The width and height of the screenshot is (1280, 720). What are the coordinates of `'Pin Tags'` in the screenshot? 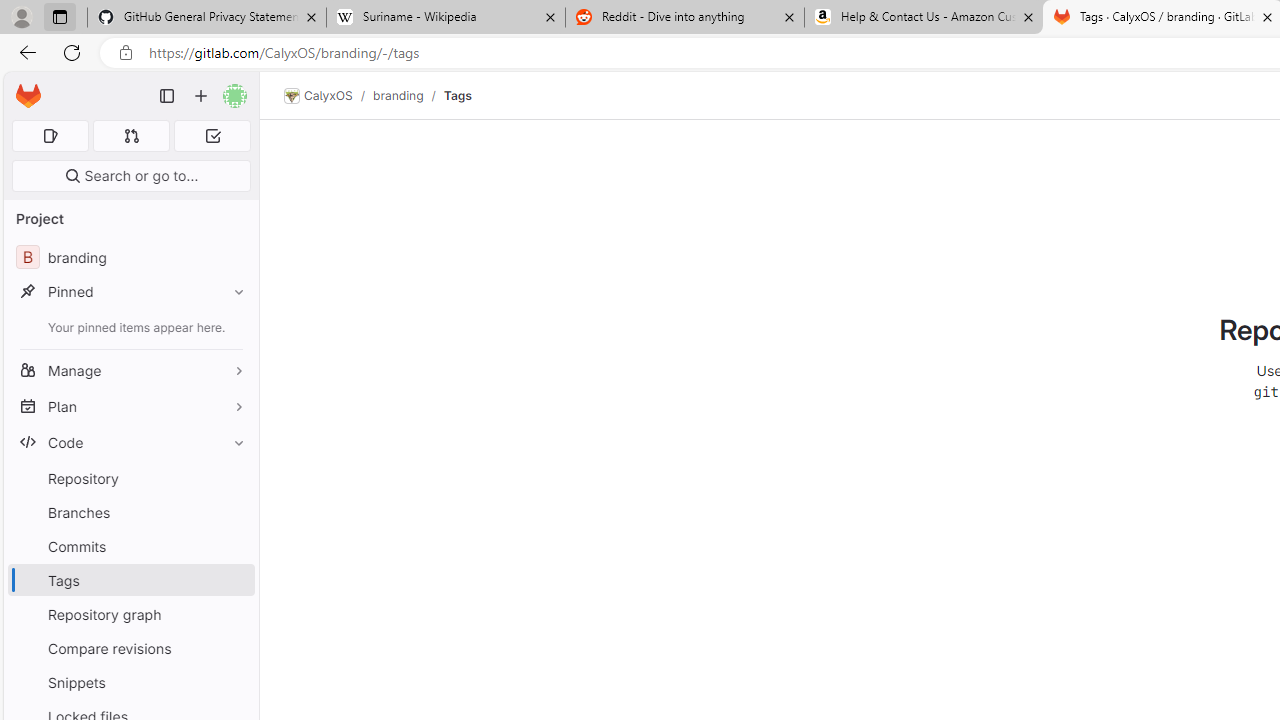 It's located at (234, 580).